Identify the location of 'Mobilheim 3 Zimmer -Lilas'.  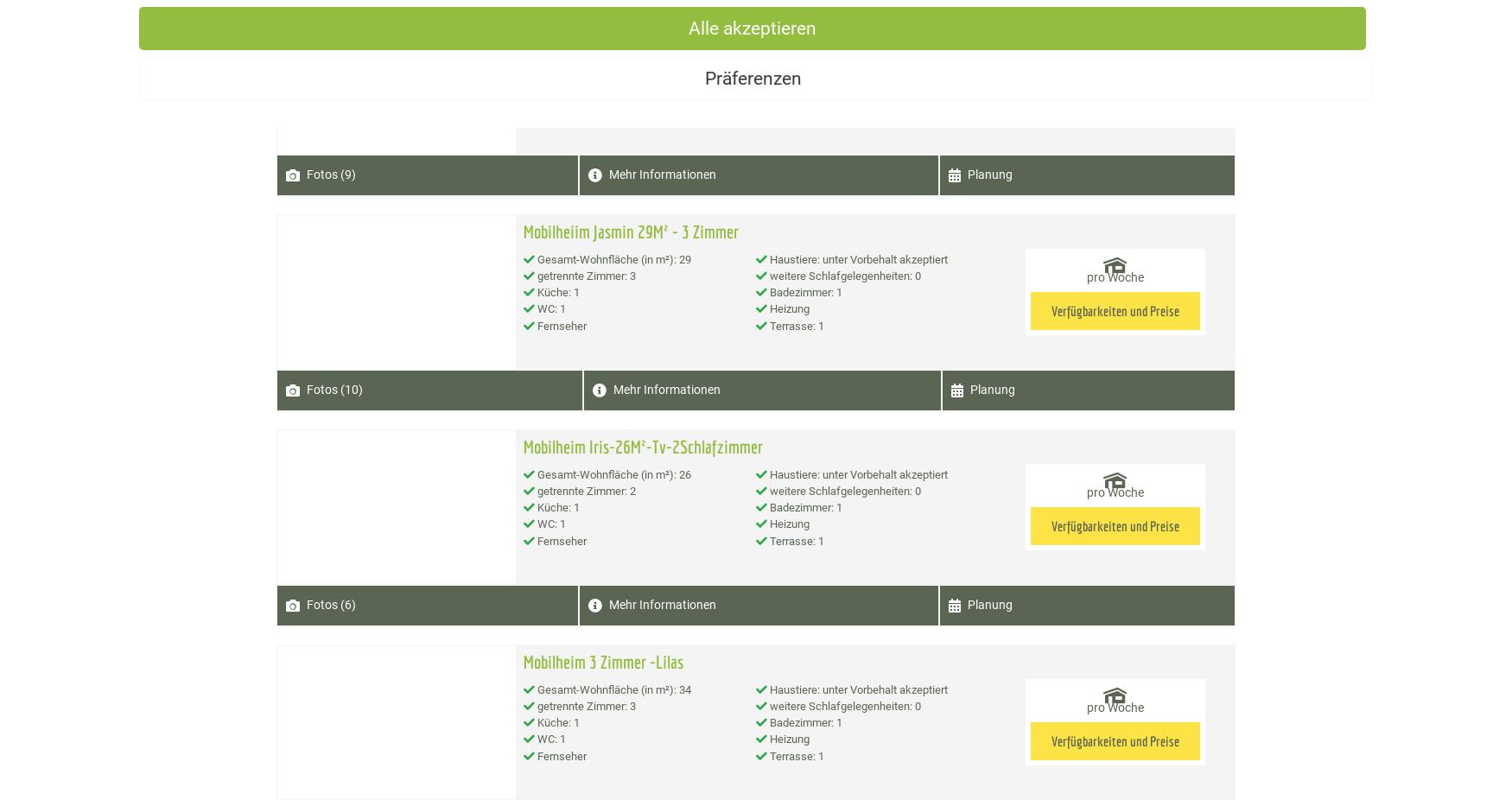
(602, 660).